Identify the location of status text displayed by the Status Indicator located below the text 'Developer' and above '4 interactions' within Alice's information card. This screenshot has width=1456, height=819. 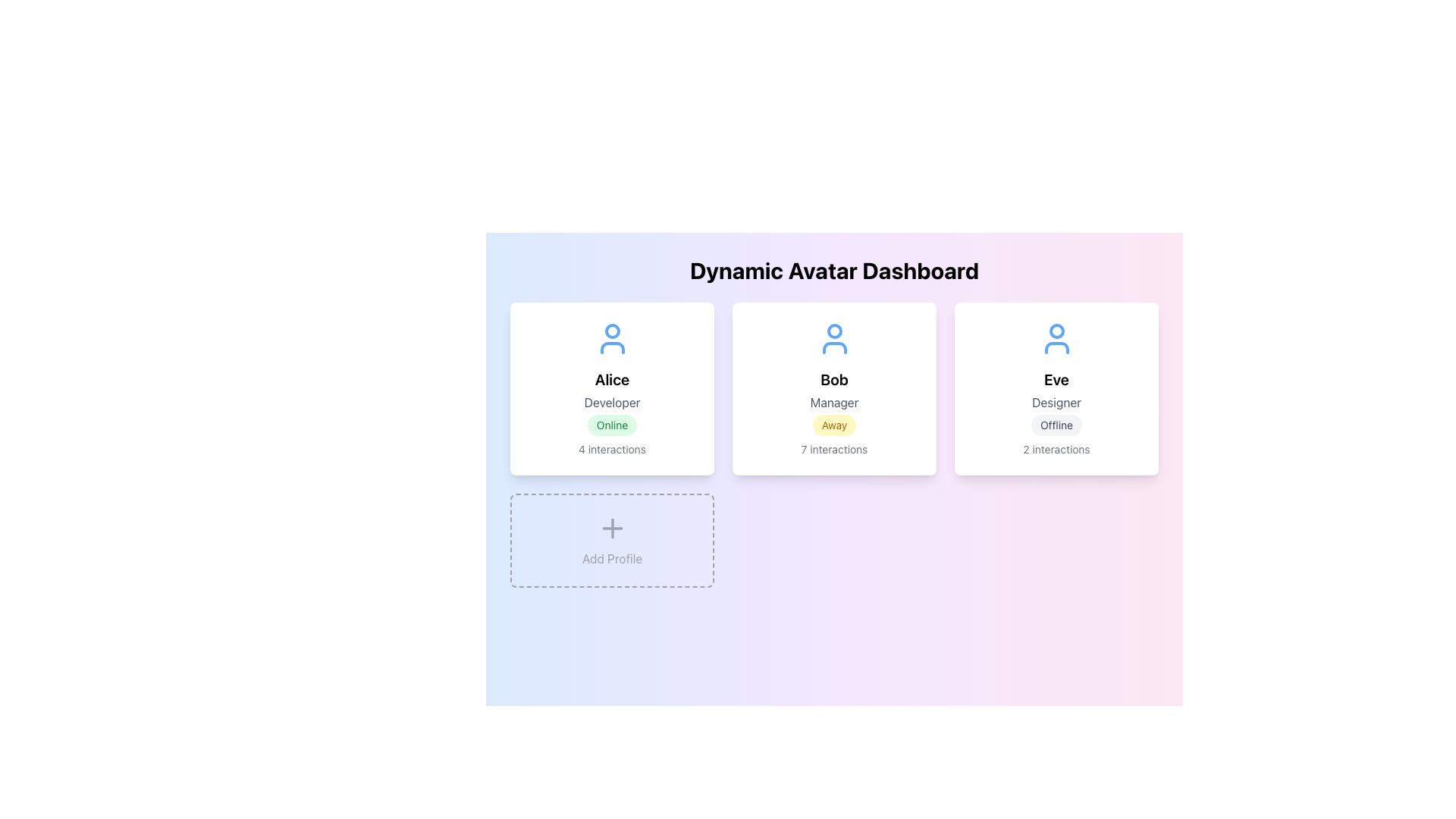
(612, 425).